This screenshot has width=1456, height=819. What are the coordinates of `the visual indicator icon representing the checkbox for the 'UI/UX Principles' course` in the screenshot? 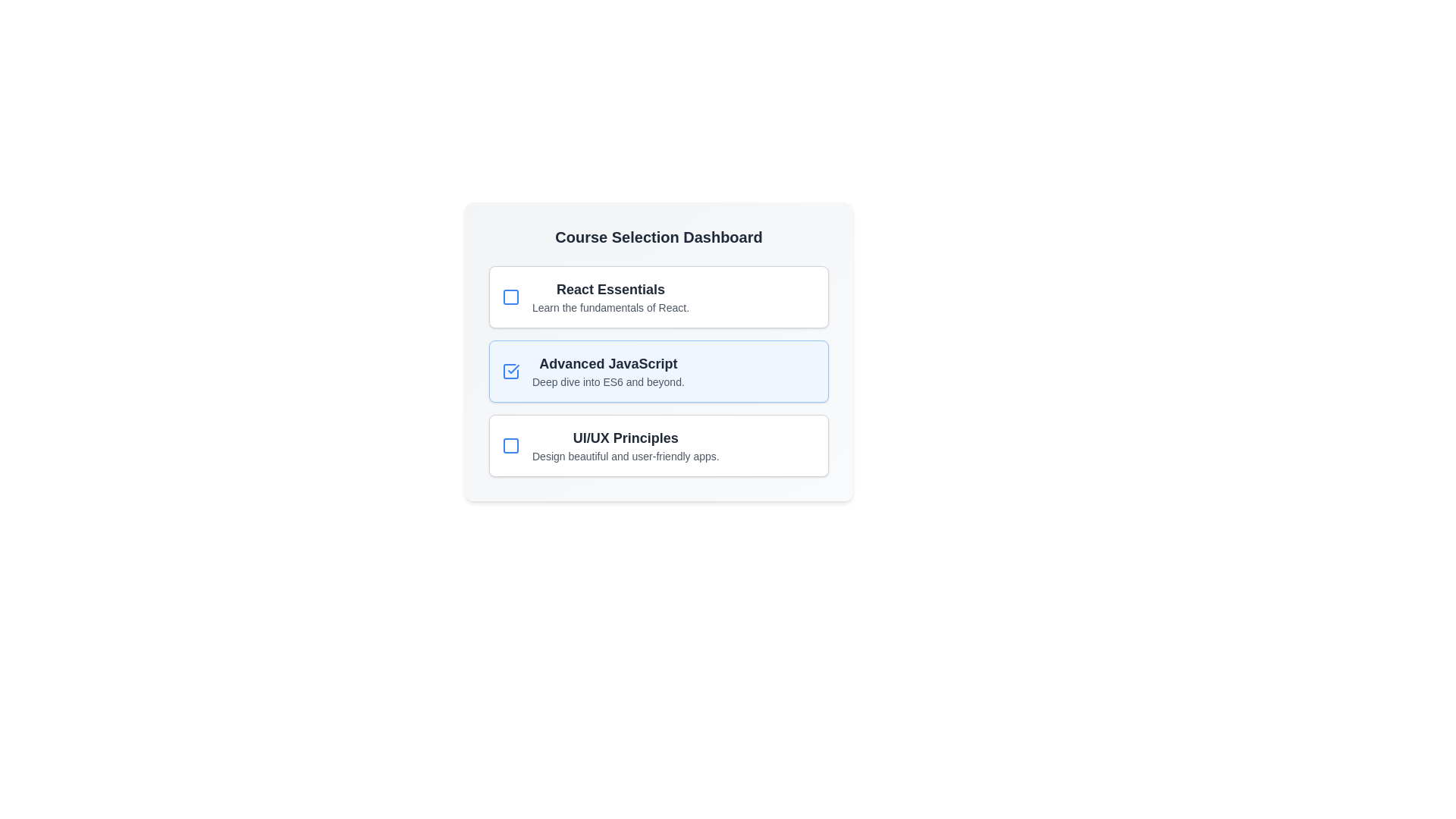 It's located at (510, 444).